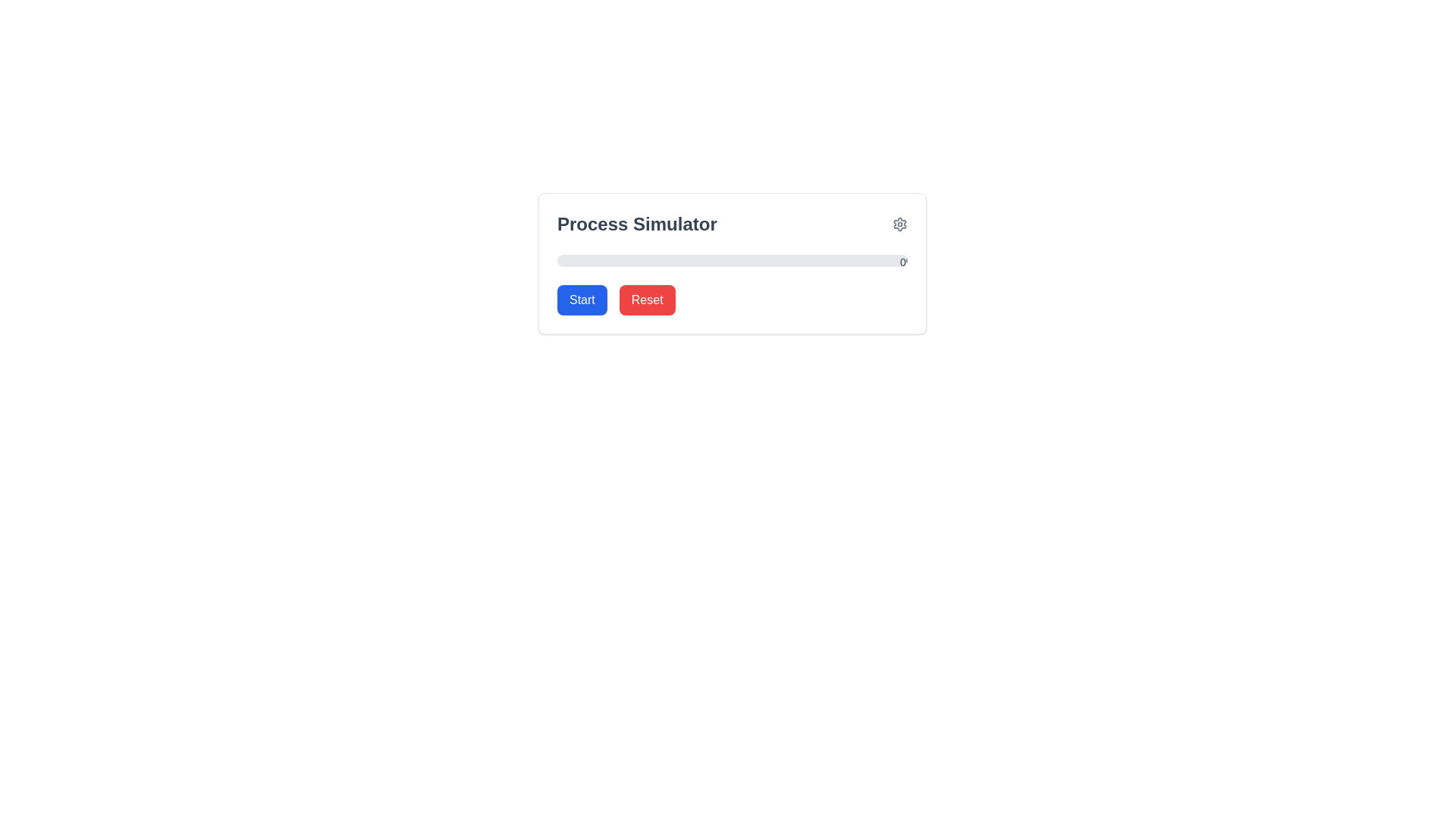 The width and height of the screenshot is (1456, 819). Describe the element at coordinates (732, 259) in the screenshot. I see `the progress bar that is styled in gray with a blue-filled portion and displays '0%' centered, located below the 'Process Simulator' heading and above the 'Start' and 'Reset' buttons` at that location.